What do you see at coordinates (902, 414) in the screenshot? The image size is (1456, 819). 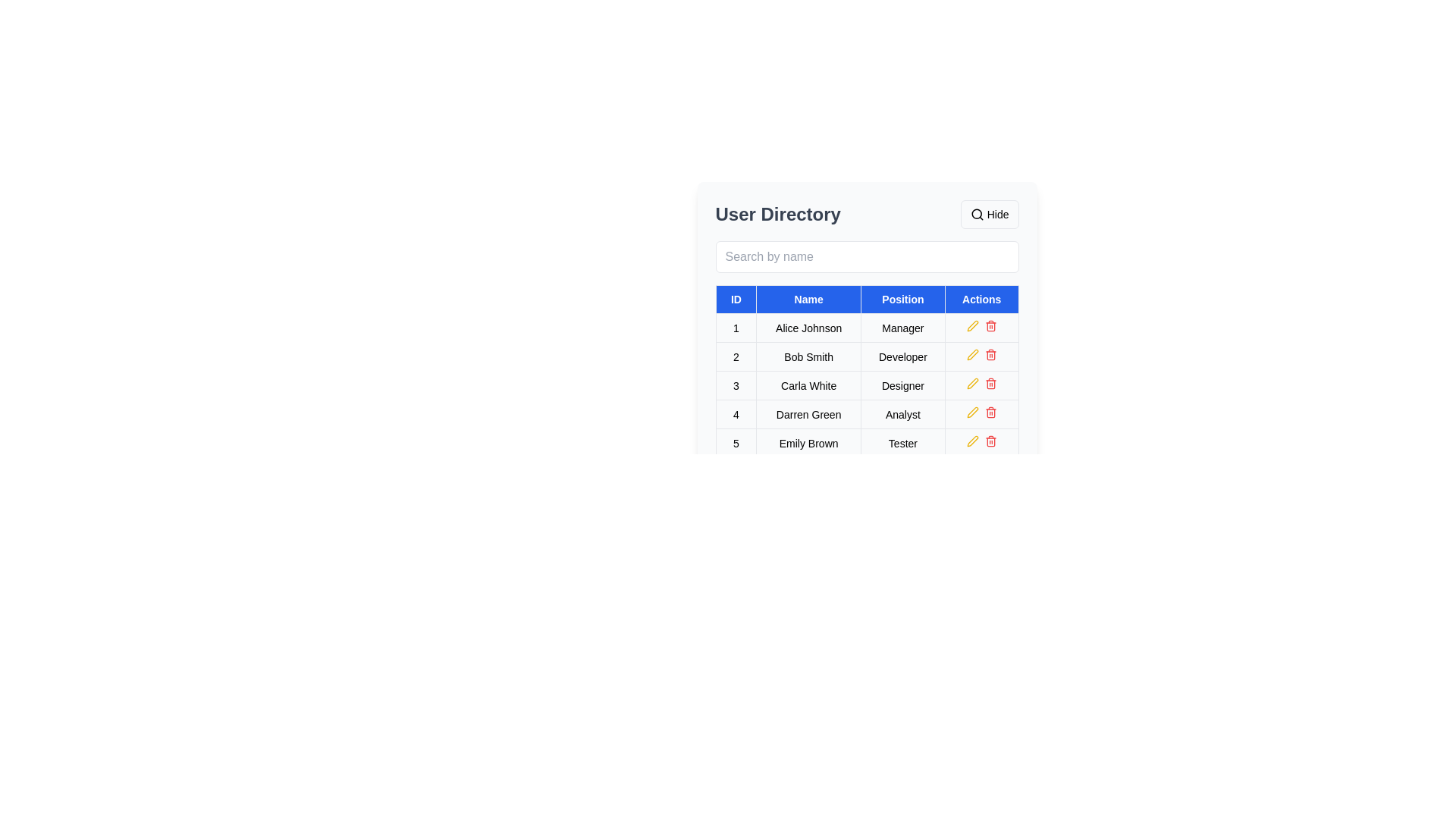 I see `the static text label displaying the job title 'Analyst' for the individual 'Darren Green' in the fourth row of the user directory table` at bounding box center [902, 414].